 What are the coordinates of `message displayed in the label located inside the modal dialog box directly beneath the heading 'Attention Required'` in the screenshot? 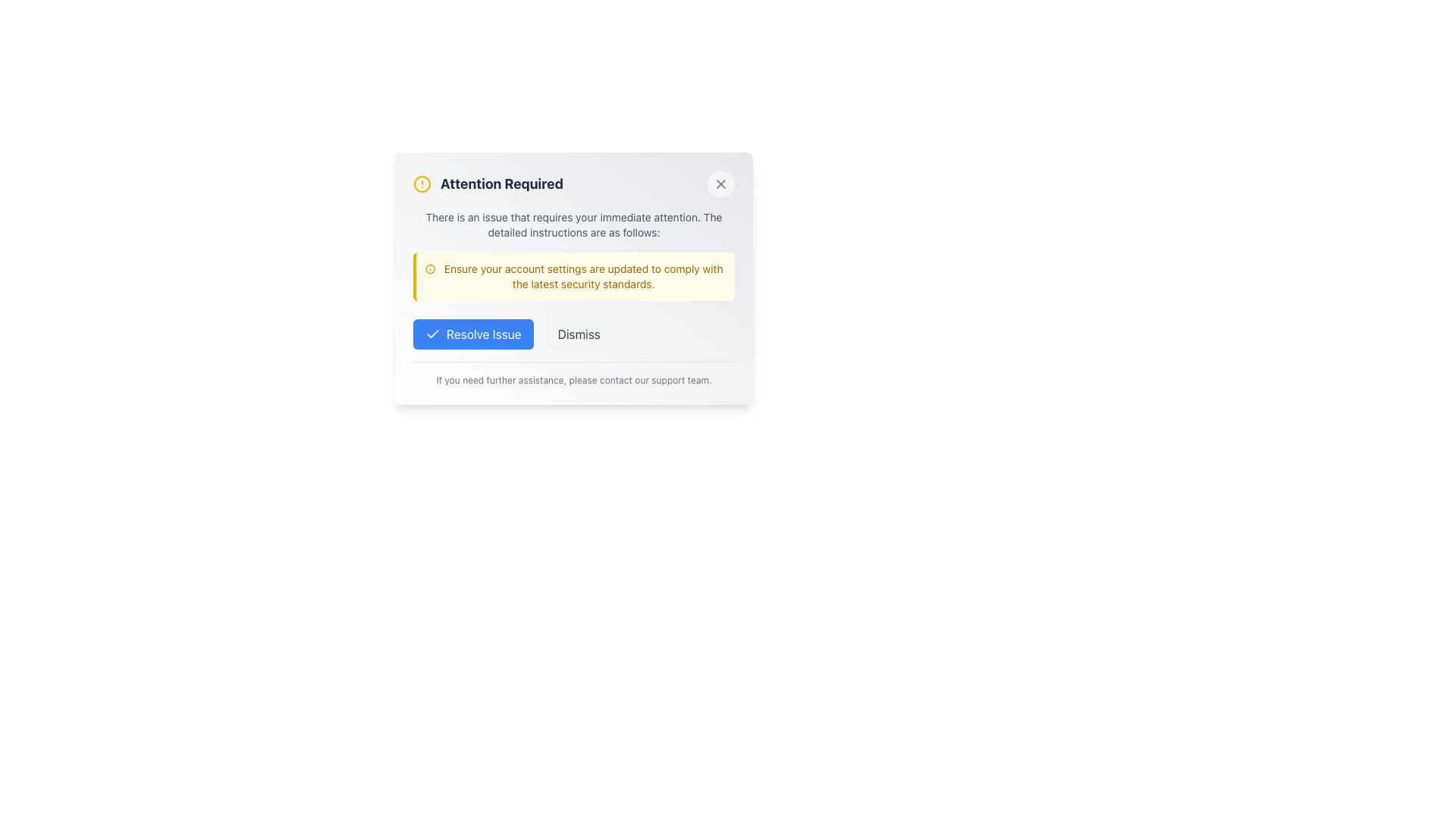 It's located at (573, 225).